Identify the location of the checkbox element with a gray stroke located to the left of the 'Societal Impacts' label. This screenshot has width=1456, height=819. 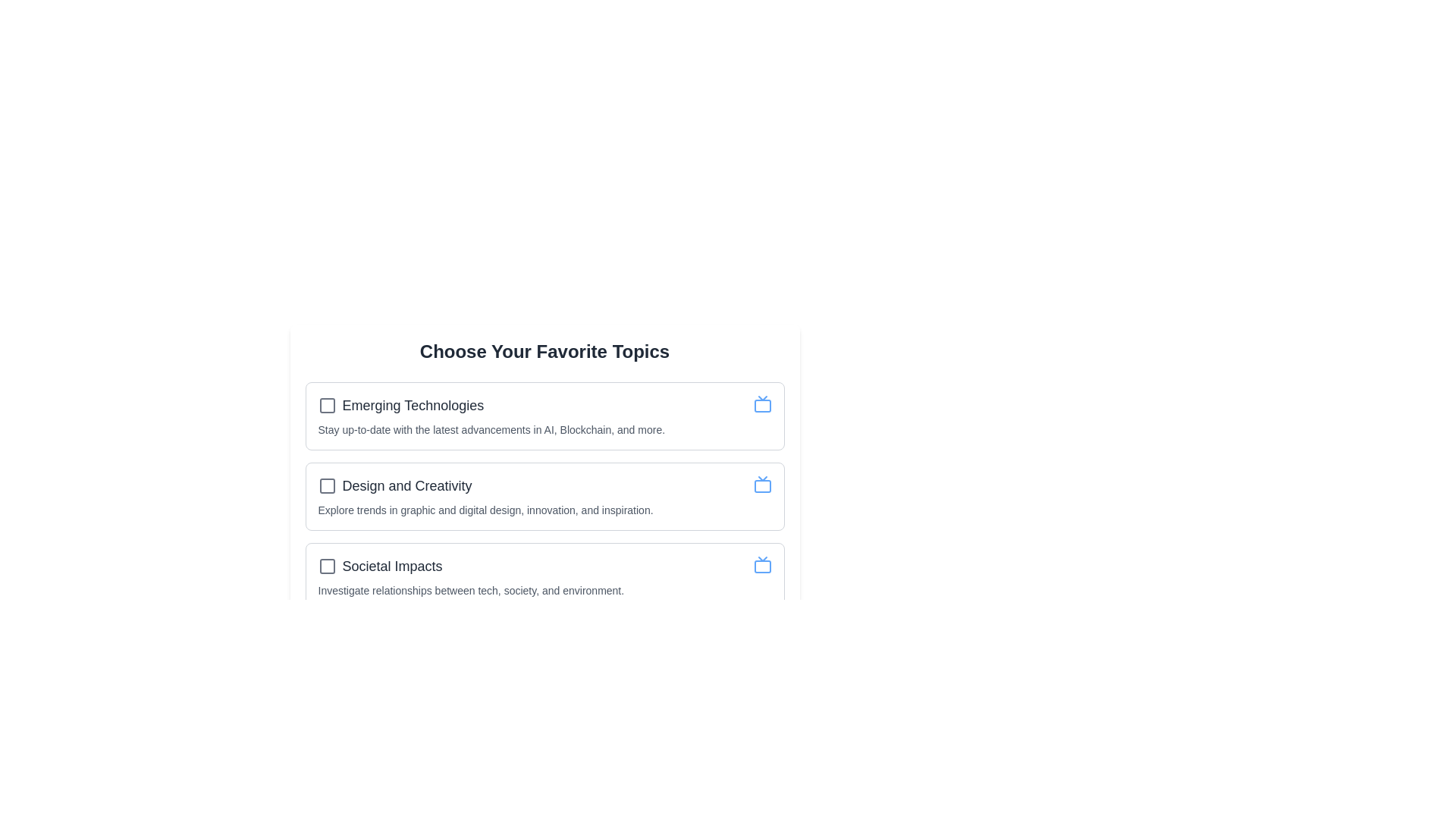
(326, 566).